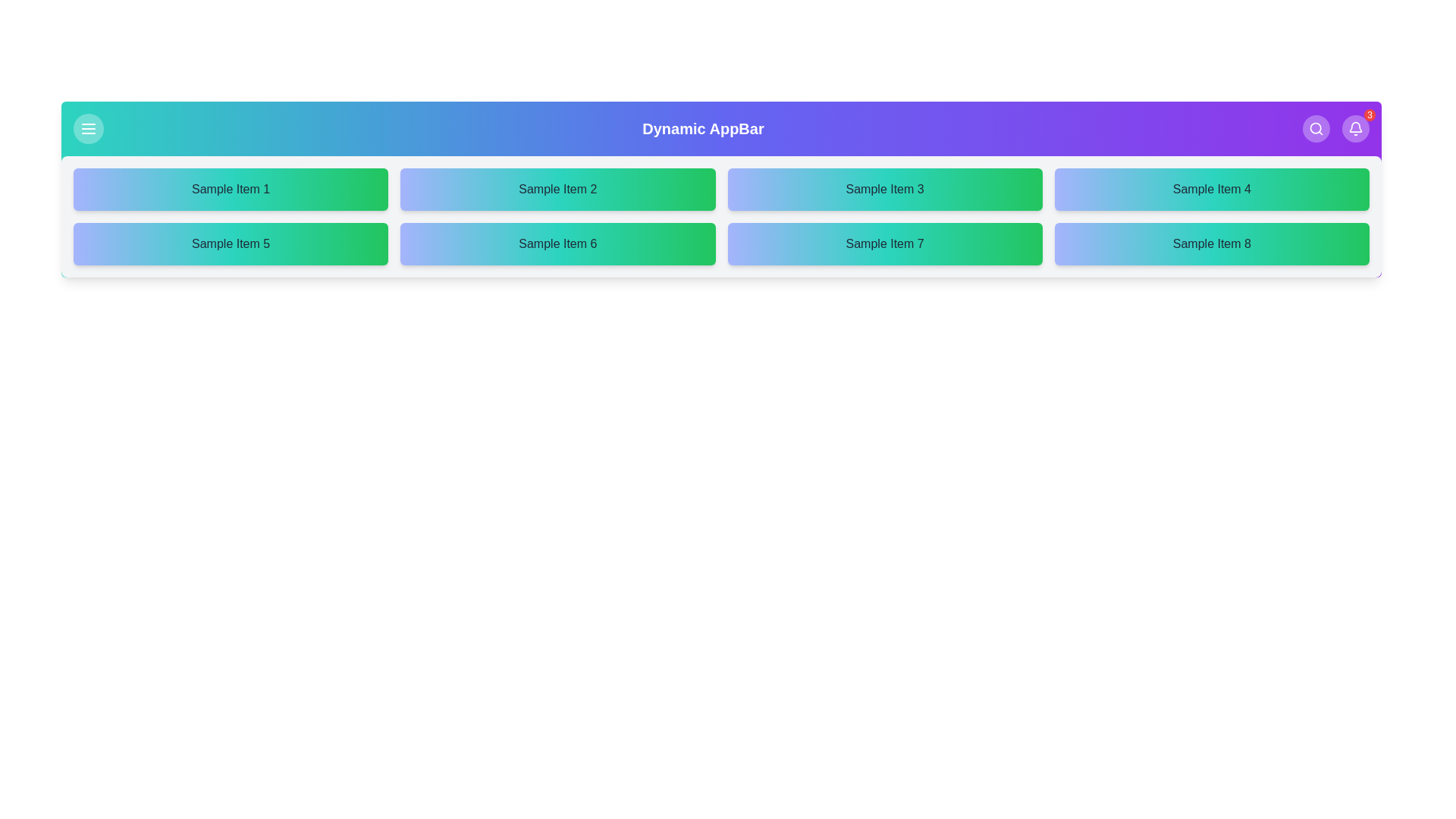 The image size is (1456, 819). What do you see at coordinates (1355, 127) in the screenshot?
I see `the notification (bell) button to view notifications` at bounding box center [1355, 127].